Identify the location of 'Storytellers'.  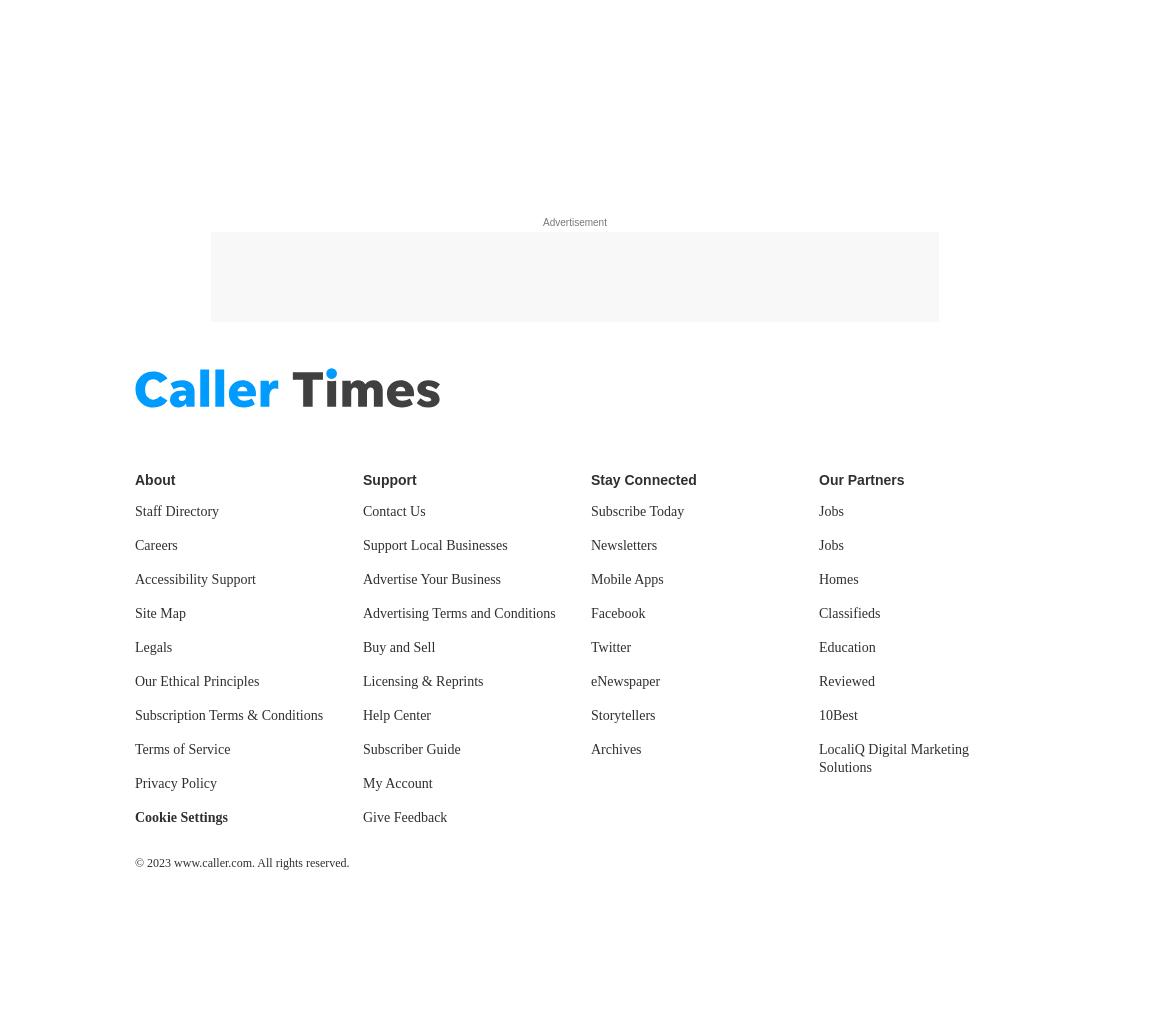
(589, 714).